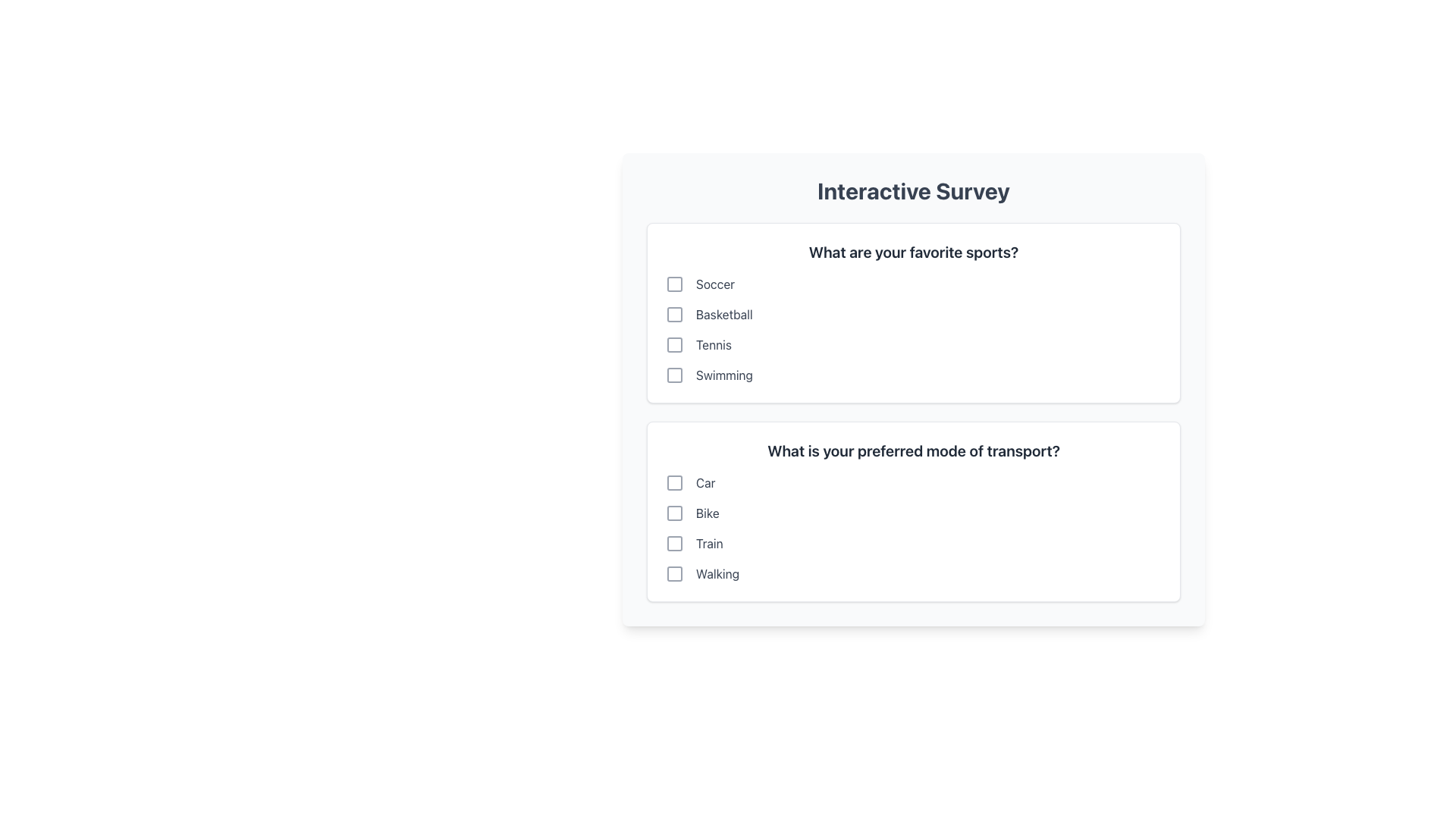 The width and height of the screenshot is (1456, 819). What do you see at coordinates (704, 482) in the screenshot?
I see `the Text Label element displaying 'Car' in gray font, located next to the checkbox icon in the survey question about preferred mode of transport` at bounding box center [704, 482].